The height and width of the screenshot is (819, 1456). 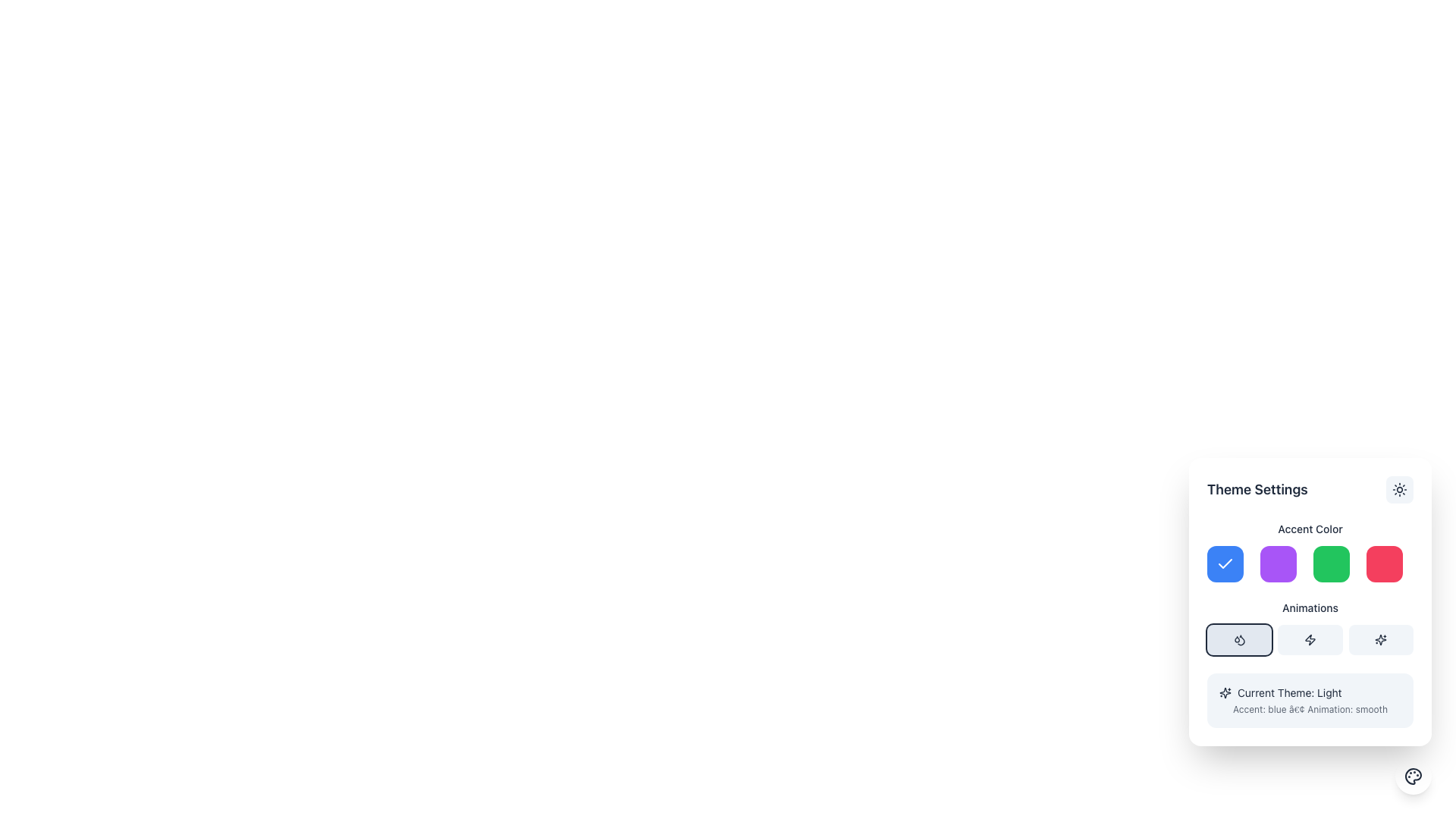 What do you see at coordinates (1310, 601) in the screenshot?
I see `the text label titled 'Animations' located in the 'Theme Settings' card, which is positioned below the 'Accent Color' section` at bounding box center [1310, 601].